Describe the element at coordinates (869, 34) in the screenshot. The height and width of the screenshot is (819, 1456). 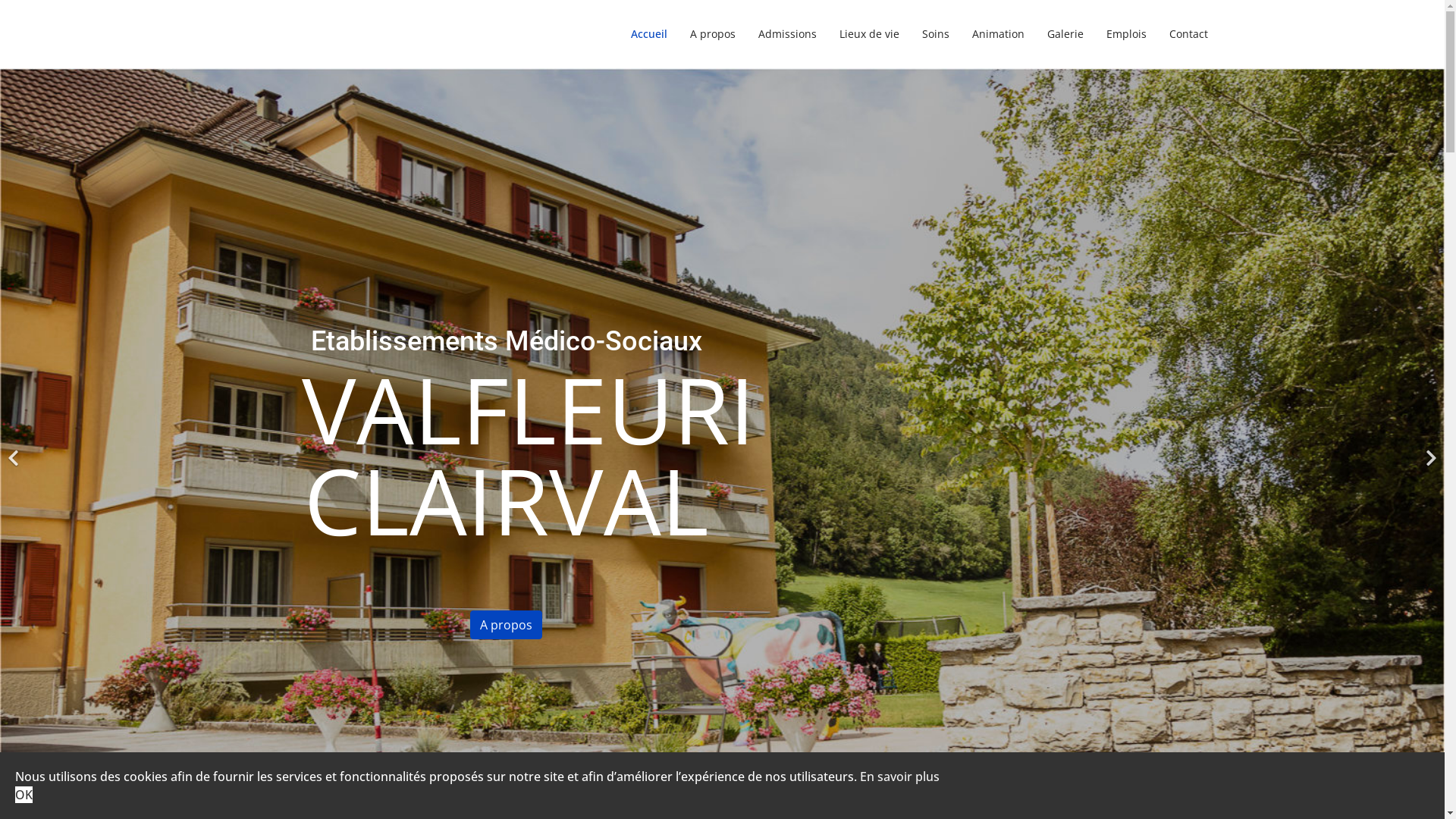
I see `'Lieux de vie'` at that location.